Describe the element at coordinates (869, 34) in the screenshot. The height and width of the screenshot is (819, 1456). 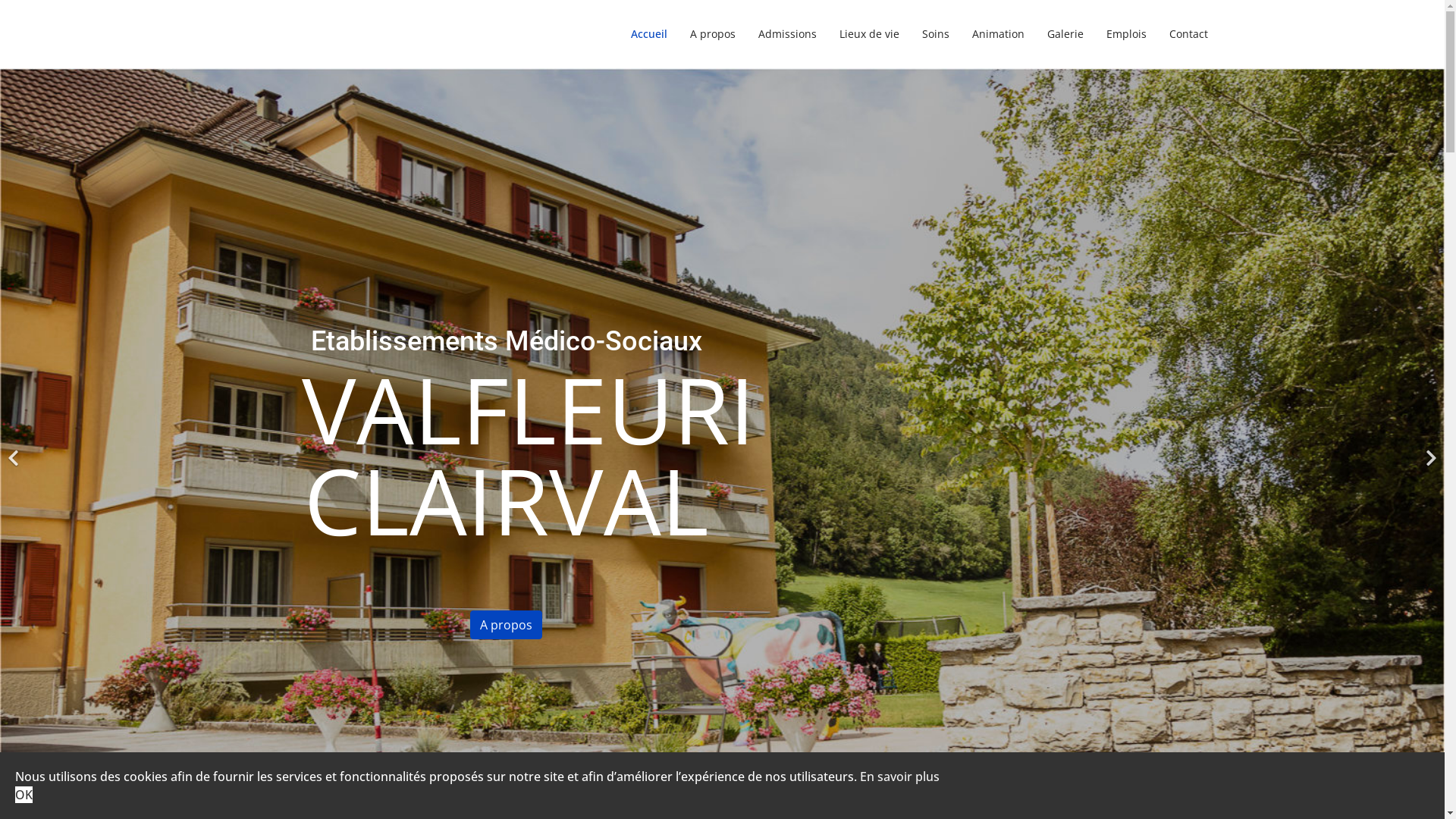
I see `'Lieux de vie'` at that location.